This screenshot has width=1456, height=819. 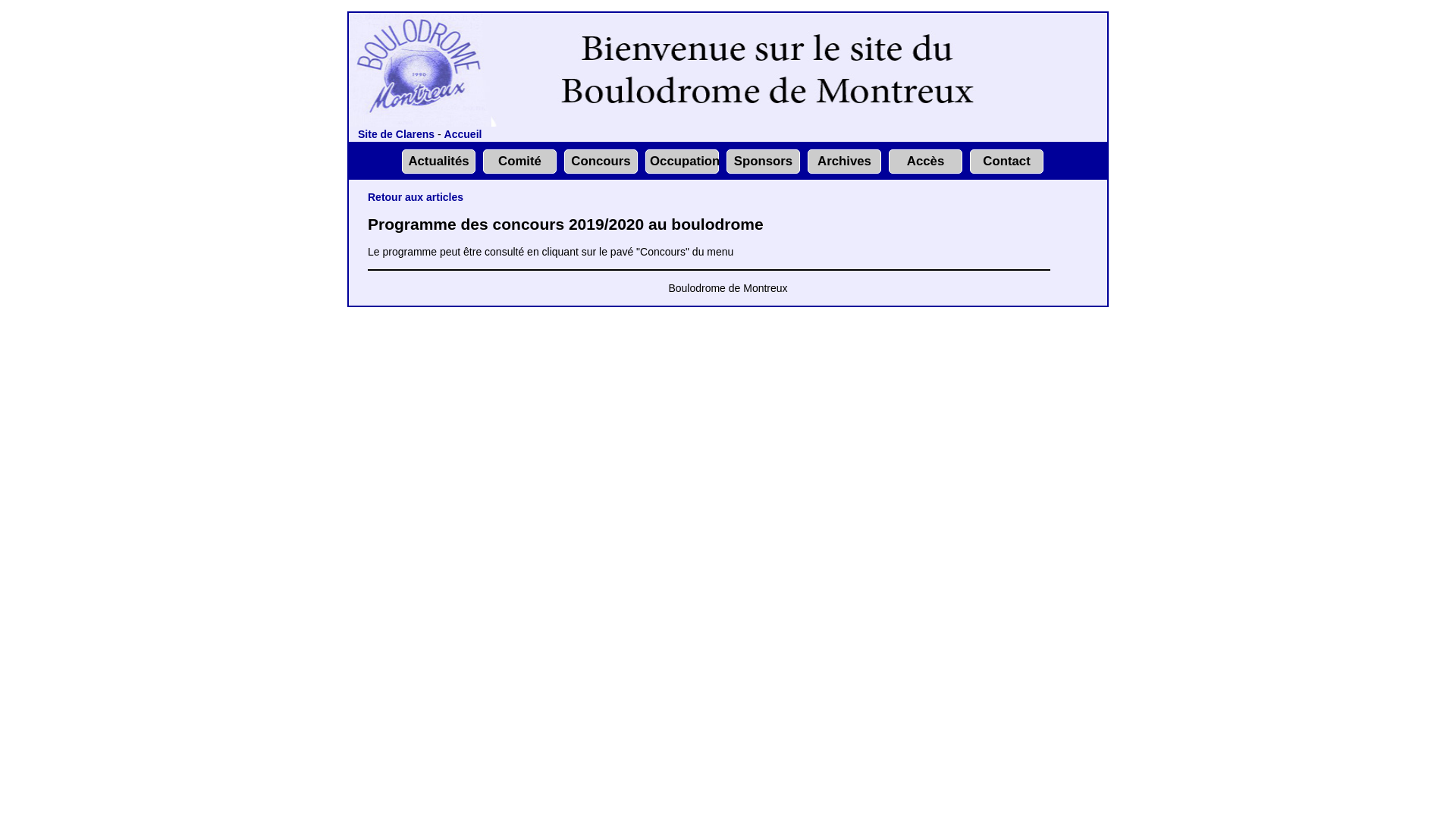 What do you see at coordinates (462, 133) in the screenshot?
I see `'Accueil'` at bounding box center [462, 133].